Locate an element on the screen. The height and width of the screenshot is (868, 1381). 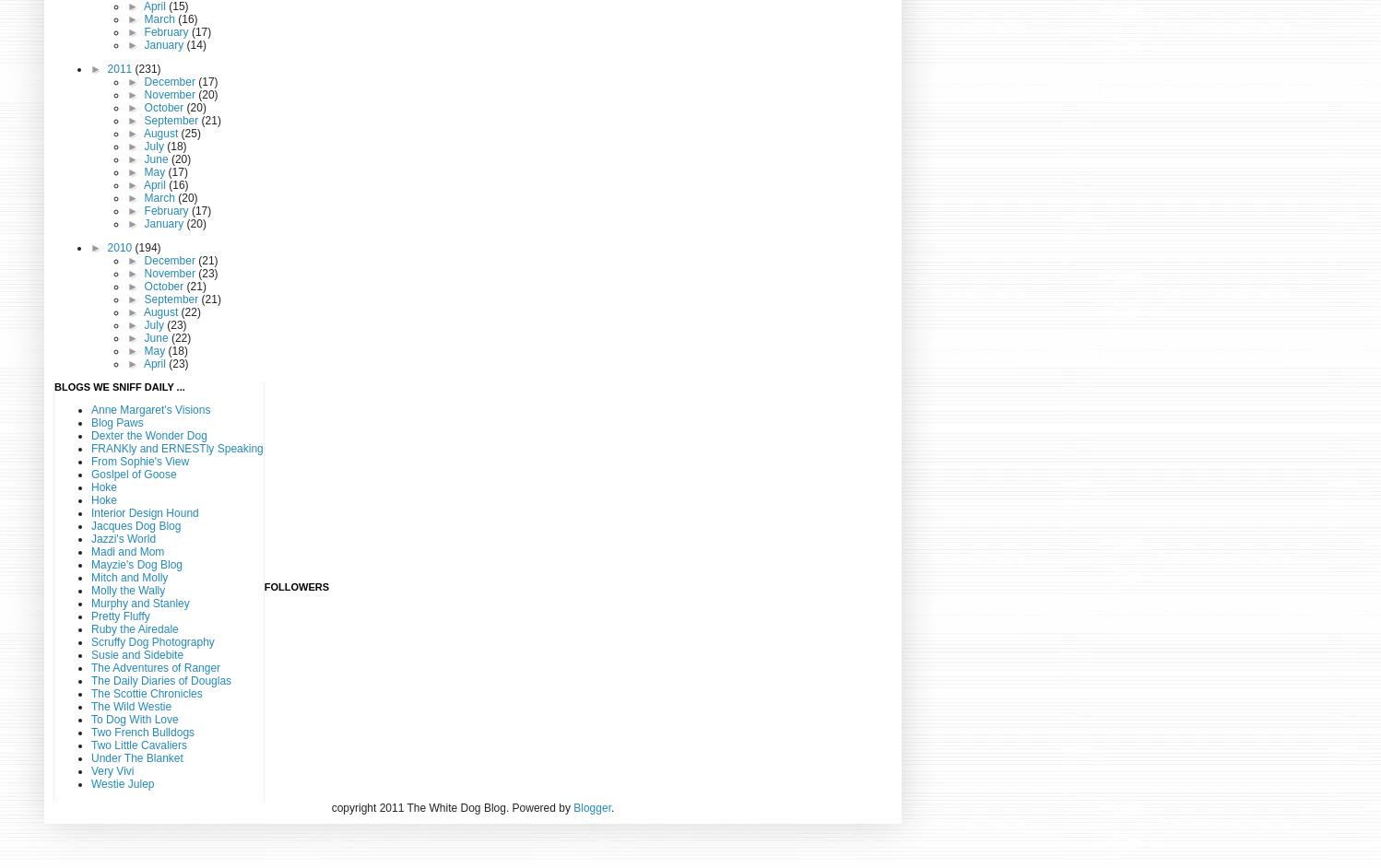
'.' is located at coordinates (612, 808).